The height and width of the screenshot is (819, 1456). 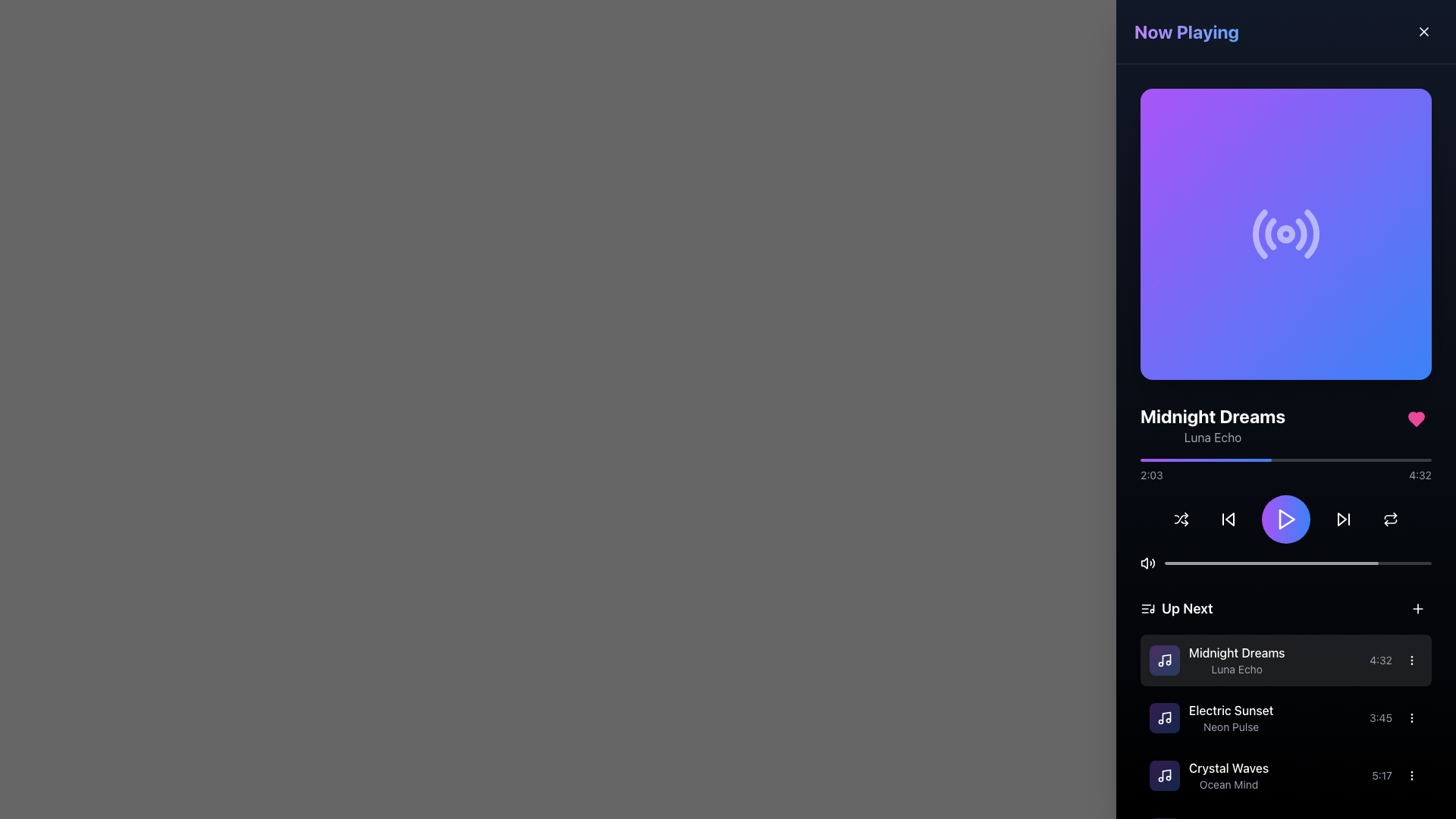 I want to click on the musical note icon located in the 'Up Next' section, positioned to the left of 'Midnight Dreams' and 'Luna Echo', so click(x=1164, y=717).